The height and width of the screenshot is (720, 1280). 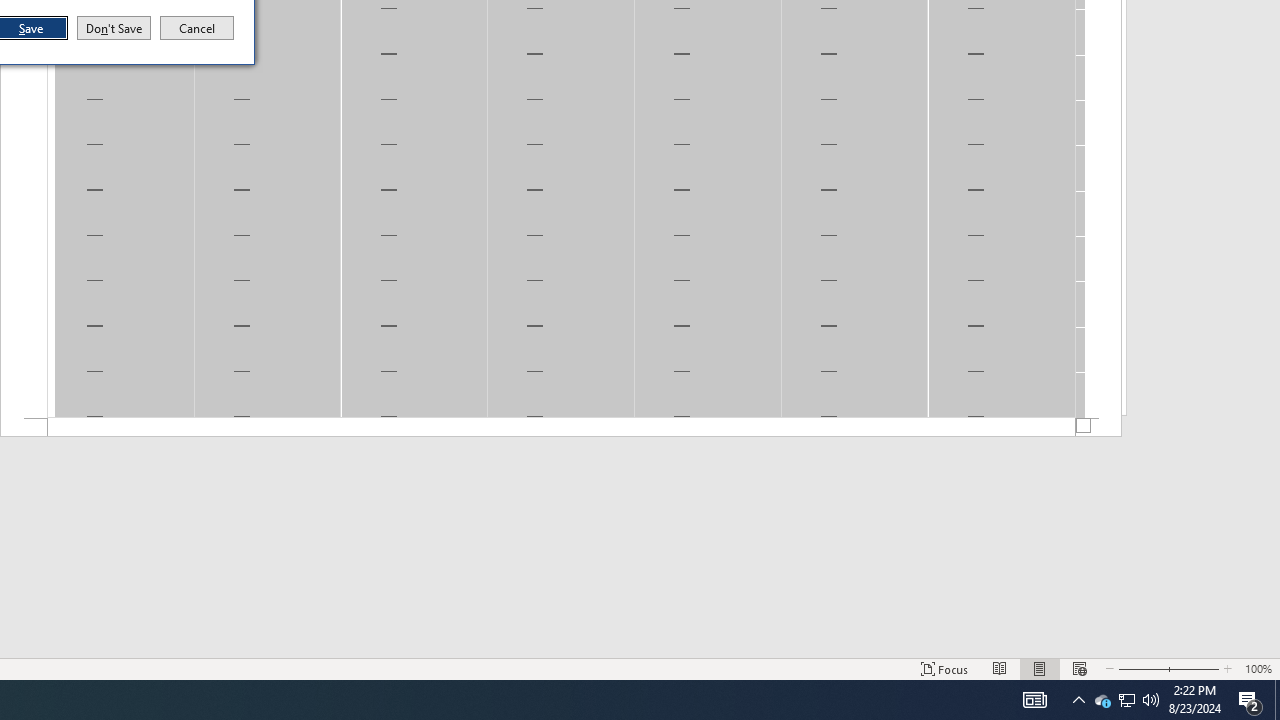 What do you see at coordinates (1250, 698) in the screenshot?
I see `'Action Center, 2 new notifications'` at bounding box center [1250, 698].